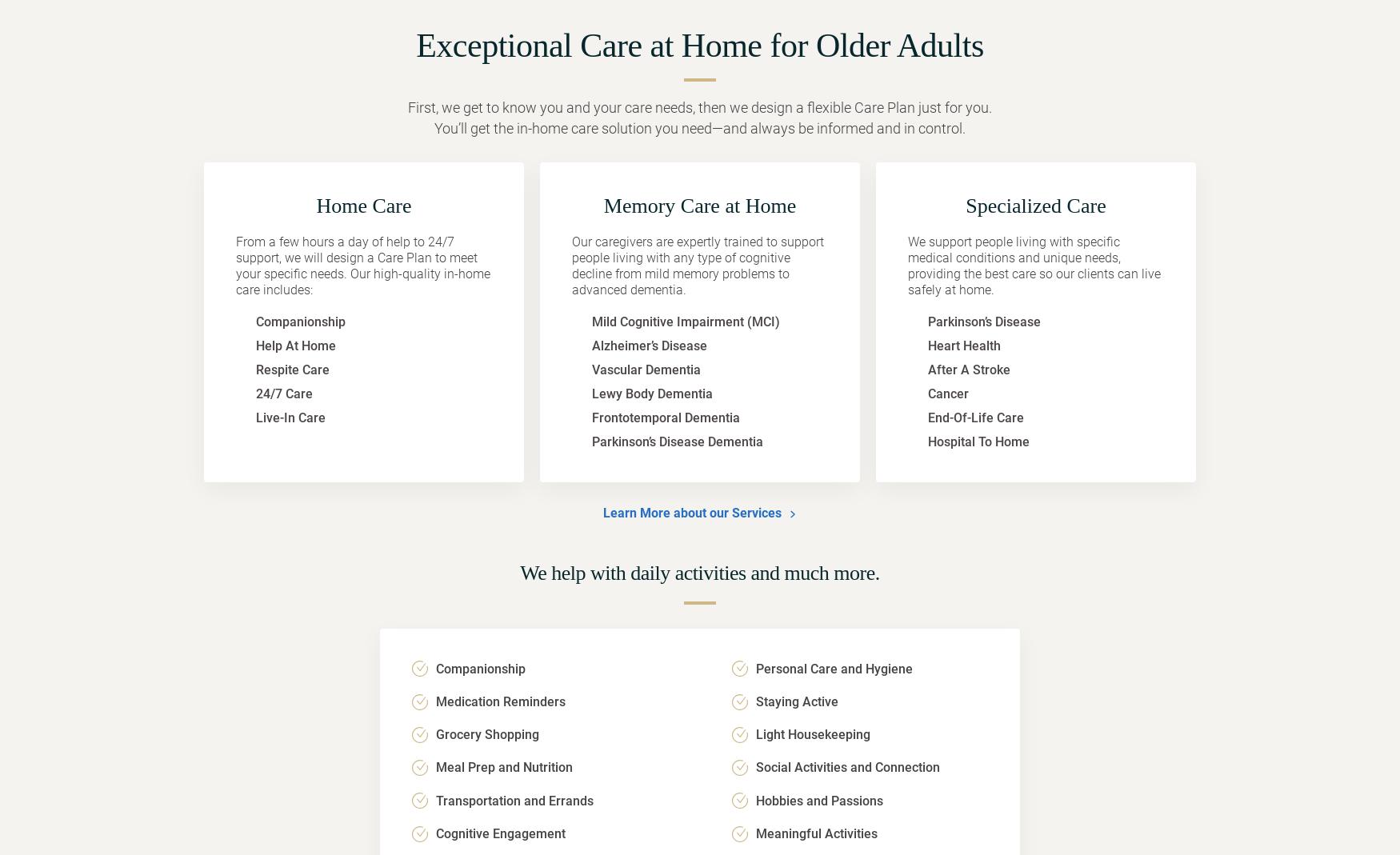 Image resolution: width=1400 pixels, height=855 pixels. What do you see at coordinates (984, 322) in the screenshot?
I see `'Parkinson’s Disease'` at bounding box center [984, 322].